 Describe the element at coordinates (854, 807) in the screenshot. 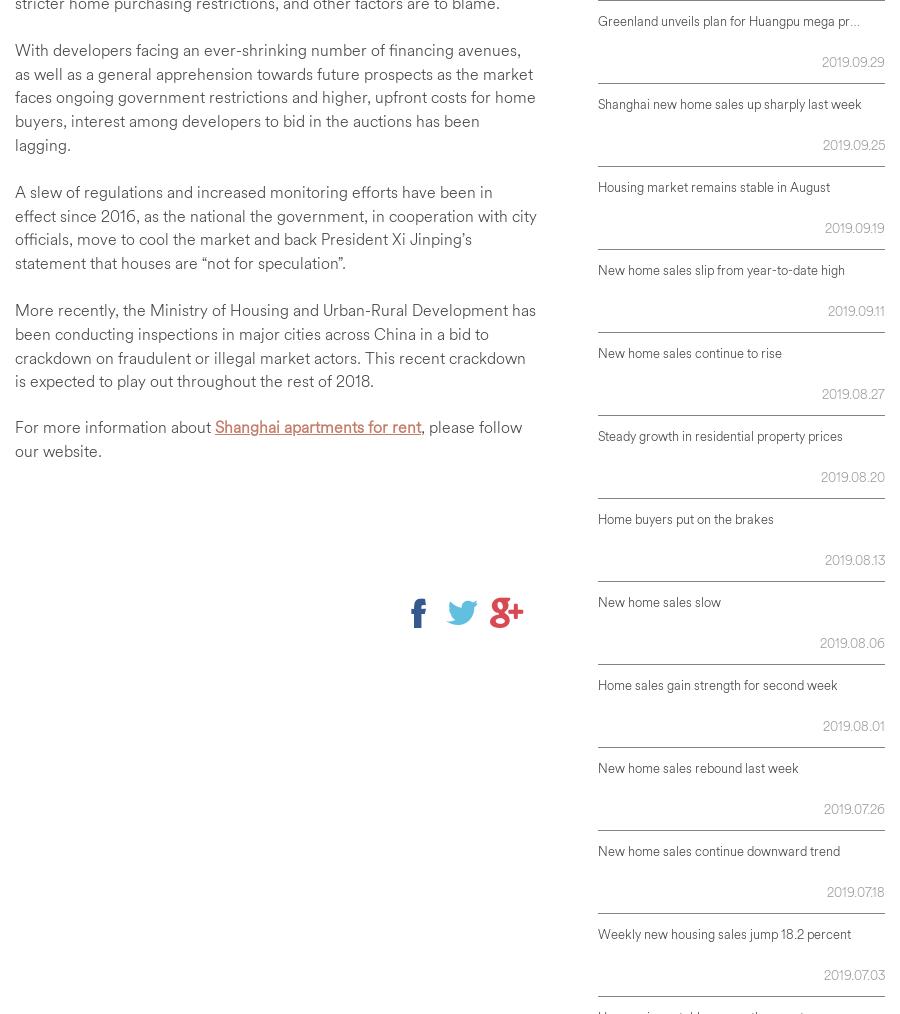

I see `'2019.07.26'` at that location.